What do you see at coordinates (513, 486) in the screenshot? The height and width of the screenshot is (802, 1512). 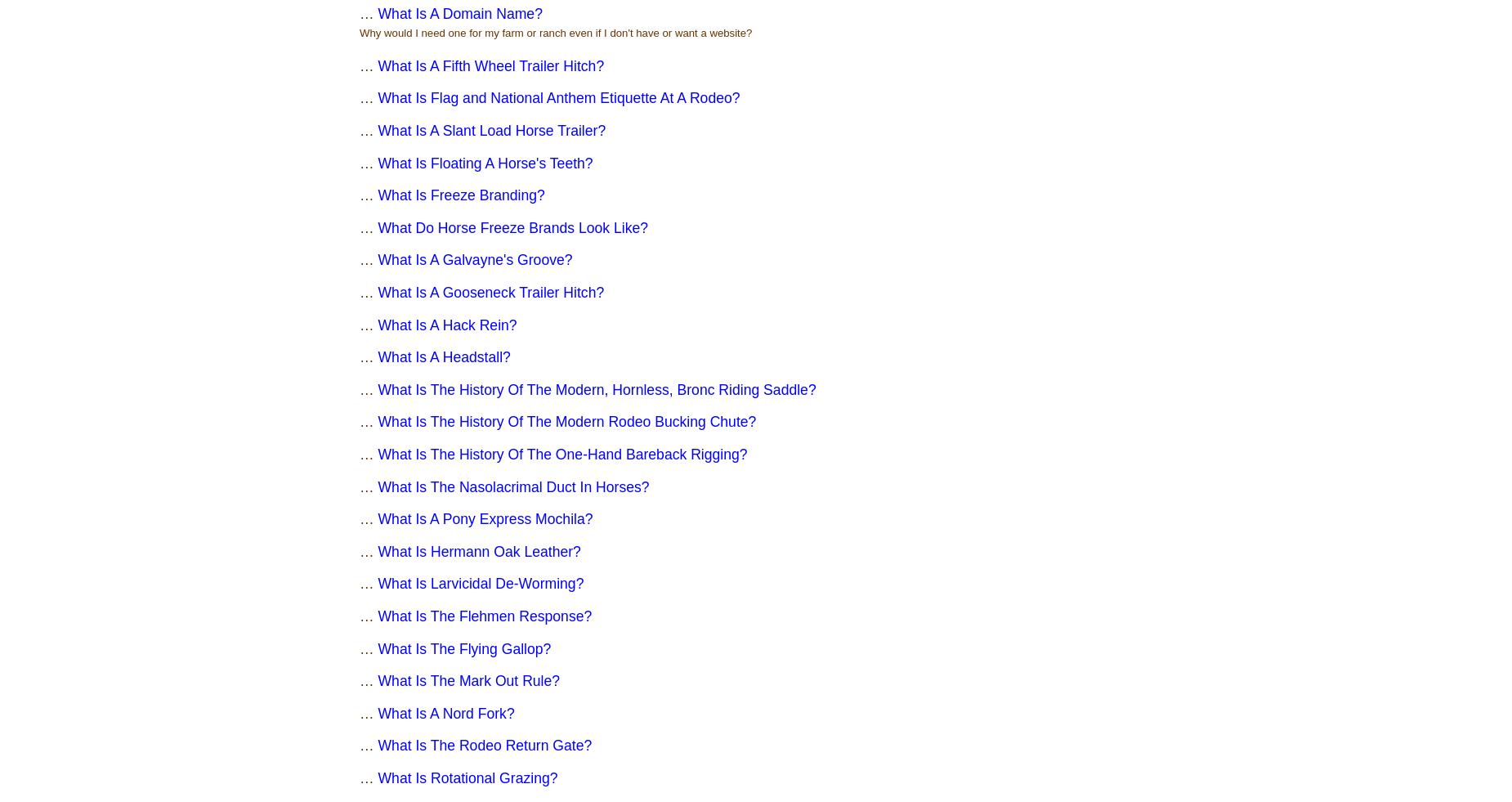 I see `'What Is The Nasolacrimal Duct In Horses?'` at bounding box center [513, 486].